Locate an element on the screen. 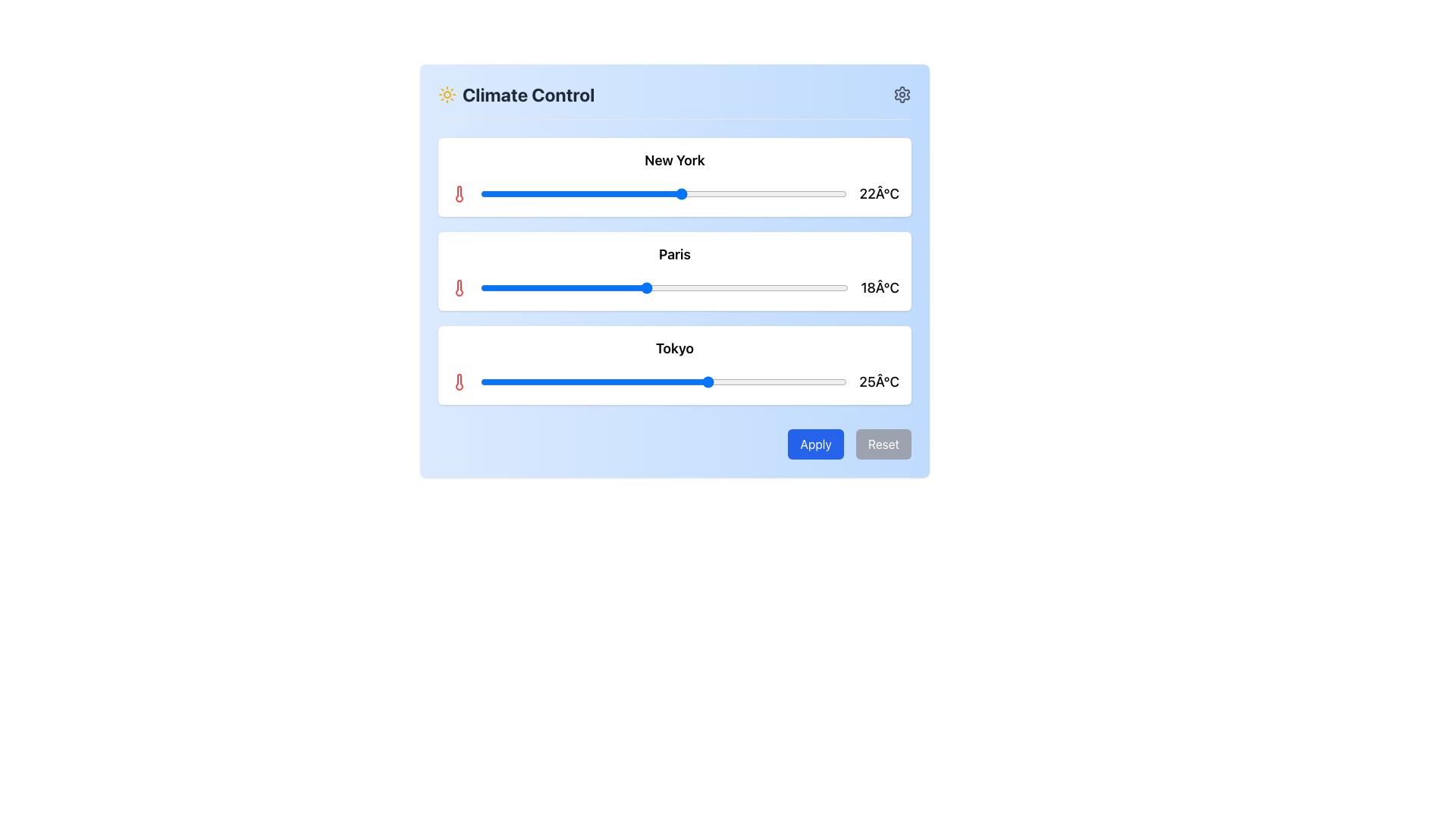 The width and height of the screenshot is (1456, 819). the Tokyo temperature is located at coordinates (562, 381).